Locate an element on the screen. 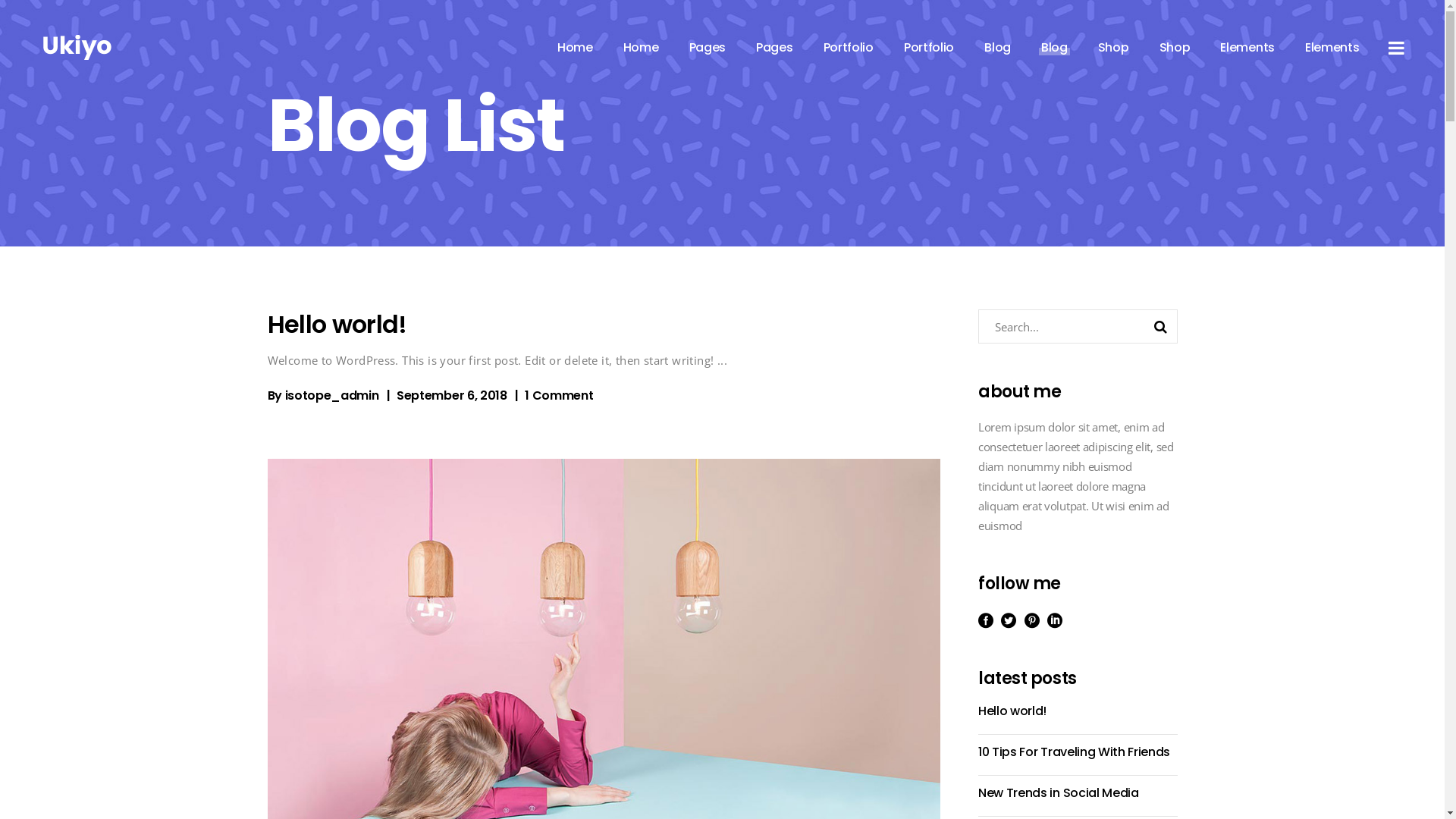 This screenshot has width=1456, height=819. 'Blog' is located at coordinates (1053, 46).